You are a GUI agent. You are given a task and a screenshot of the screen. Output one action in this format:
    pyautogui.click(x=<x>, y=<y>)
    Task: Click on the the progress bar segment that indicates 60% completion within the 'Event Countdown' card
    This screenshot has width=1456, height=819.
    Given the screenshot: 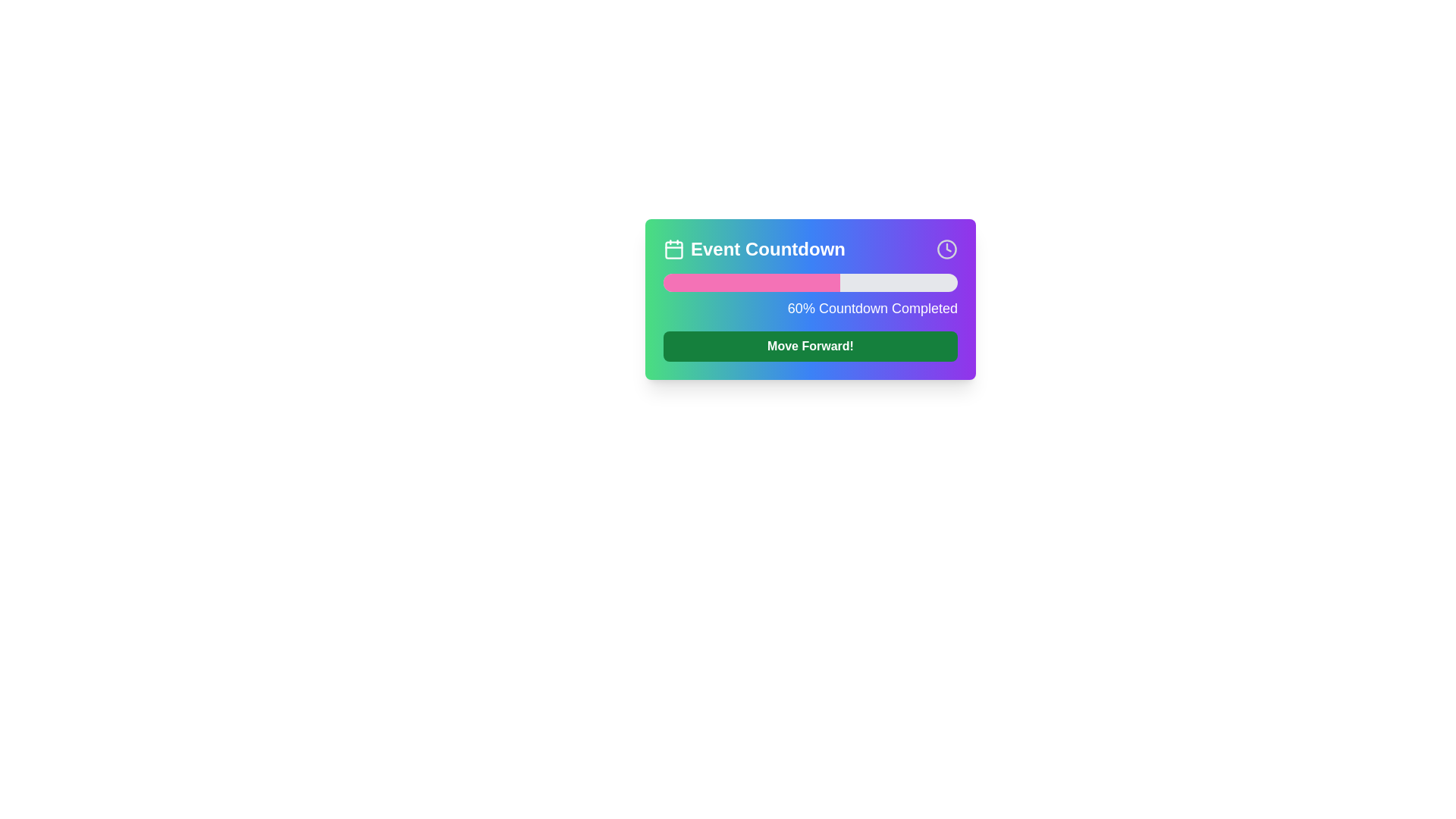 What is the action you would take?
    pyautogui.click(x=752, y=283)
    